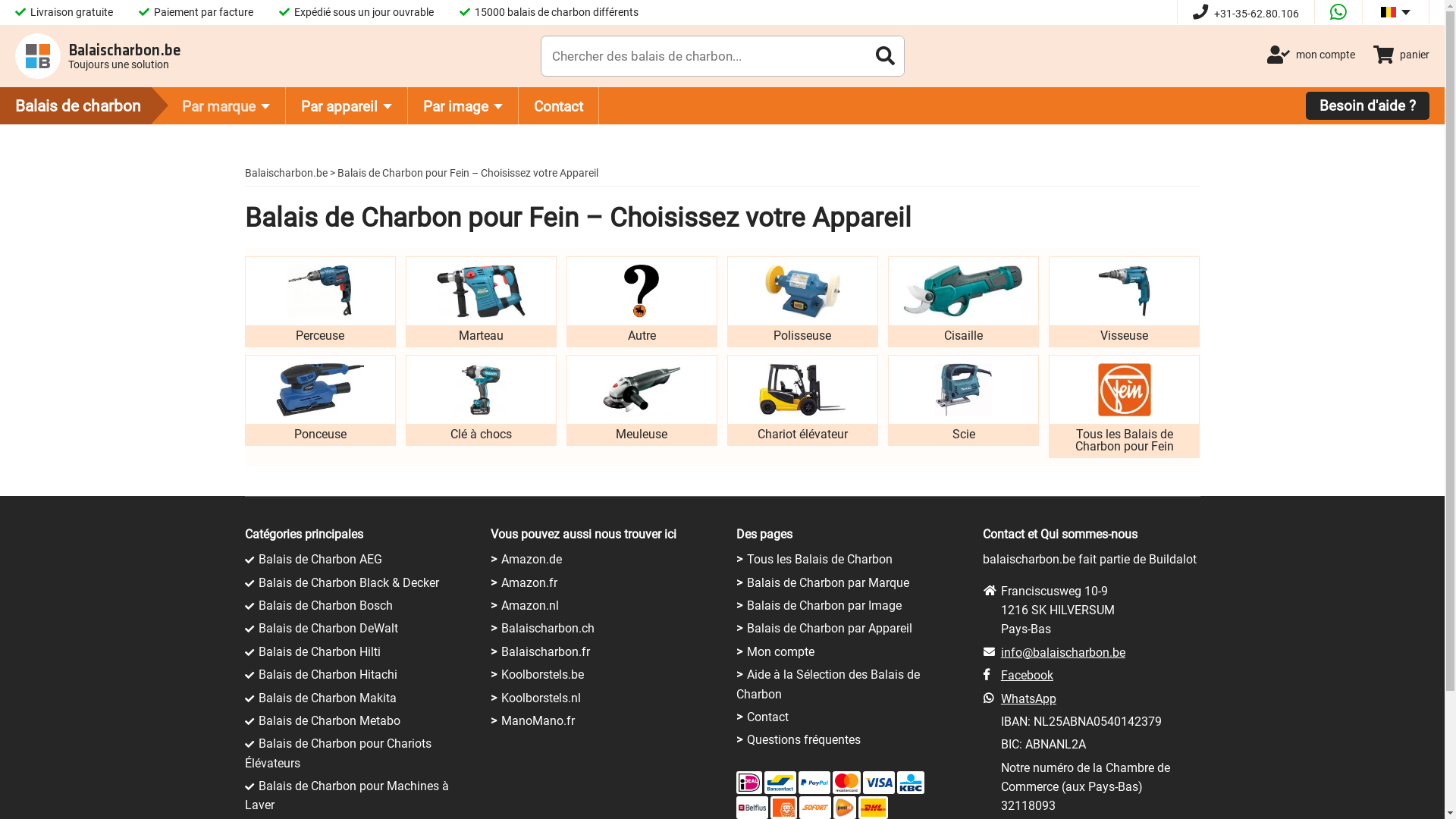 This screenshot has height=819, width=1456. I want to click on 'Par image', so click(462, 105).